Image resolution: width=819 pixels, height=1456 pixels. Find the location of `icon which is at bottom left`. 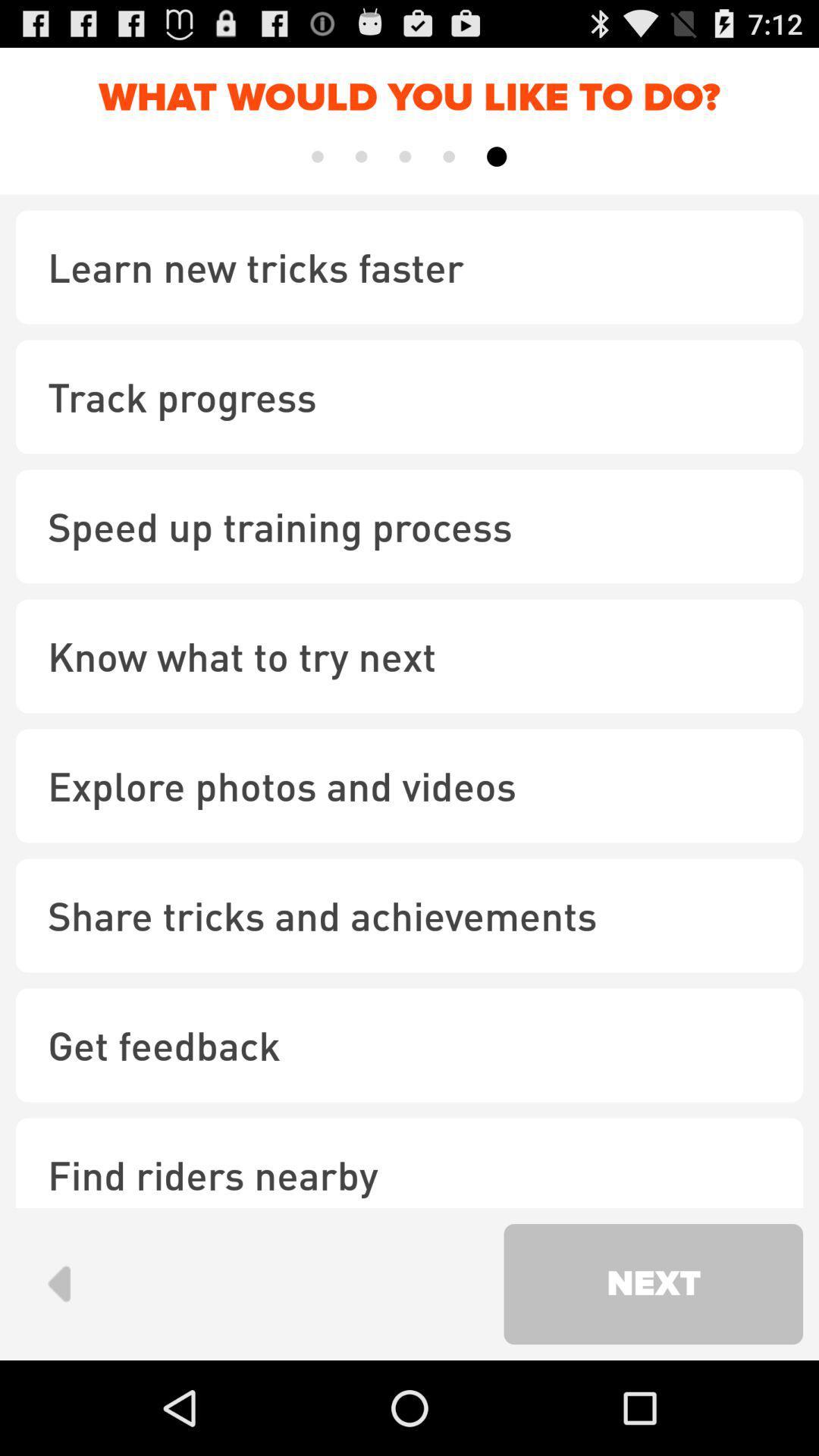

icon which is at bottom left is located at coordinates (58, 1283).